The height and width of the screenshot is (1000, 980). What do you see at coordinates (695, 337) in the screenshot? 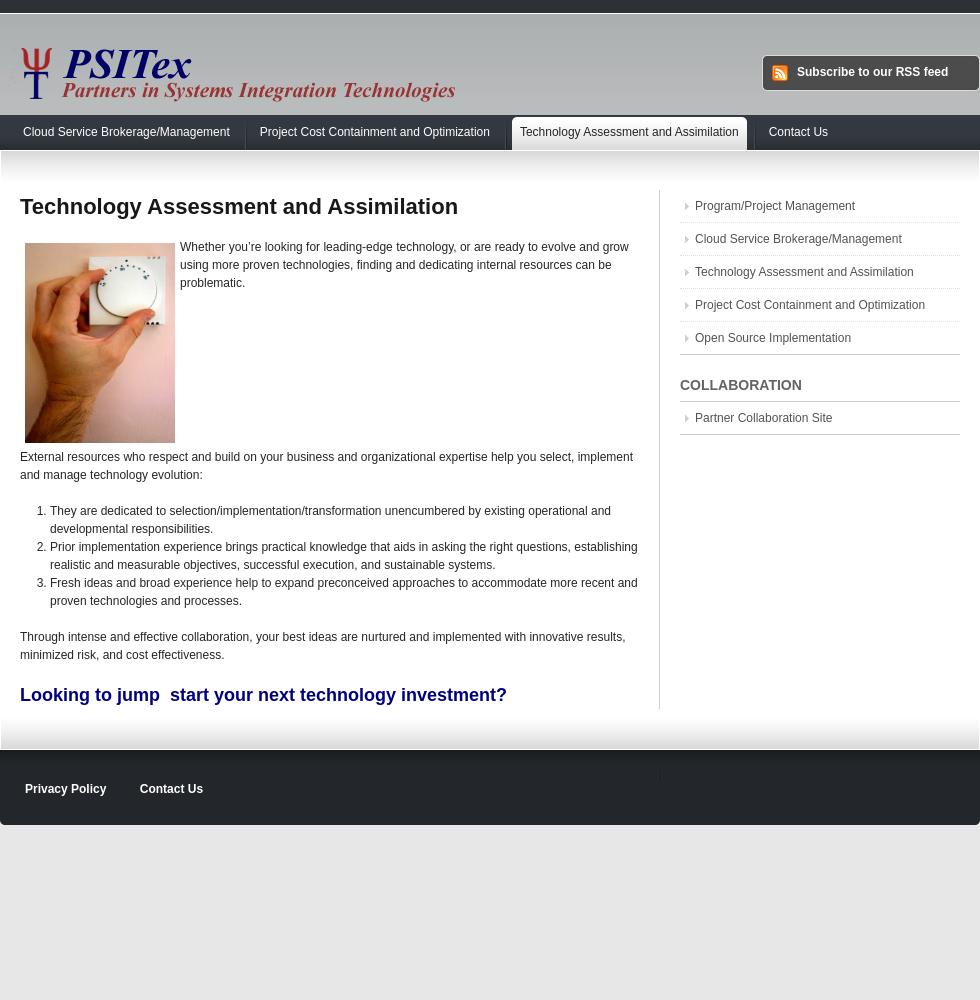
I see `'Open Source Implementation'` at bounding box center [695, 337].